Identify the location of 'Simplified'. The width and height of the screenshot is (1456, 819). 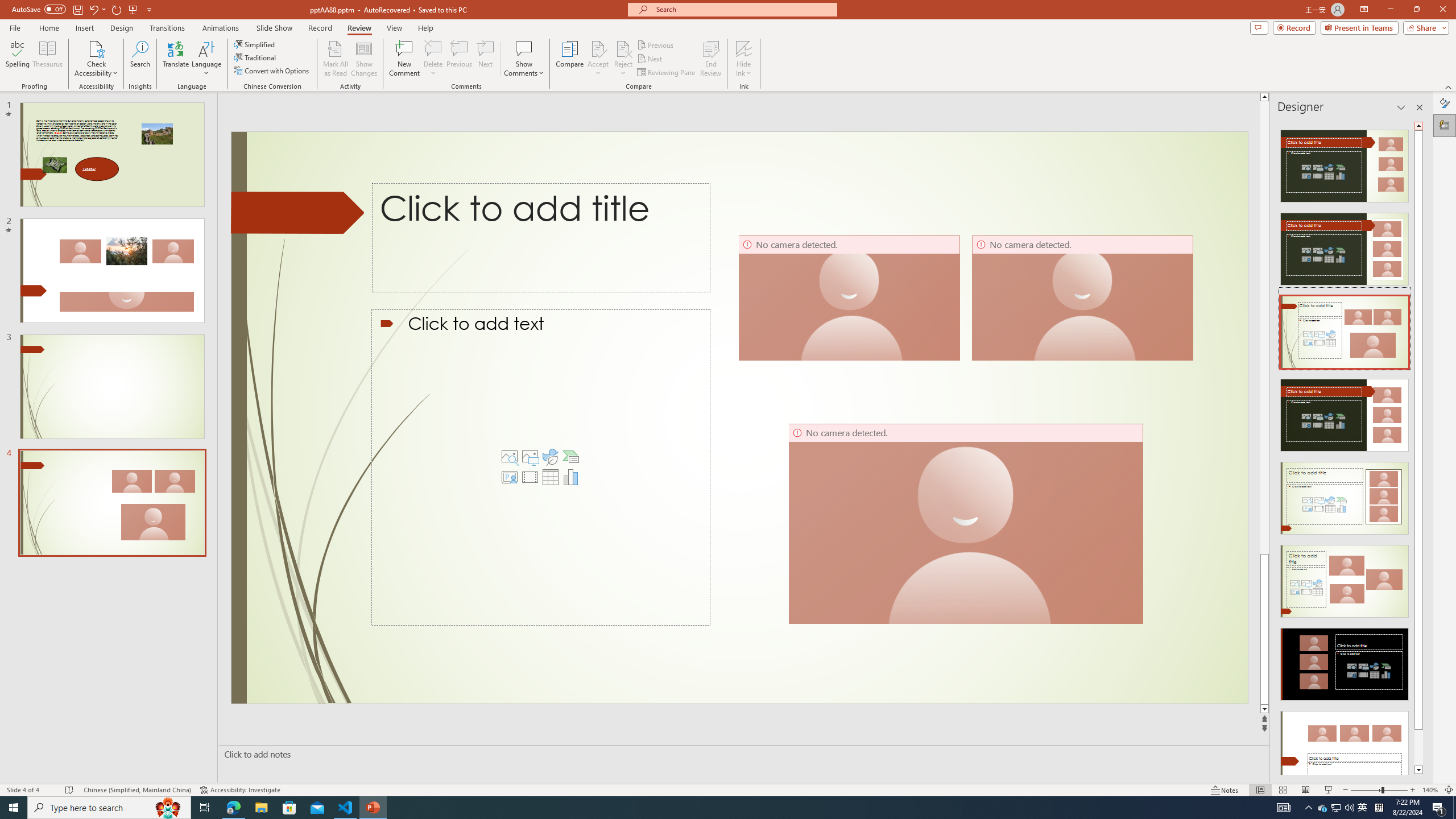
(255, 44).